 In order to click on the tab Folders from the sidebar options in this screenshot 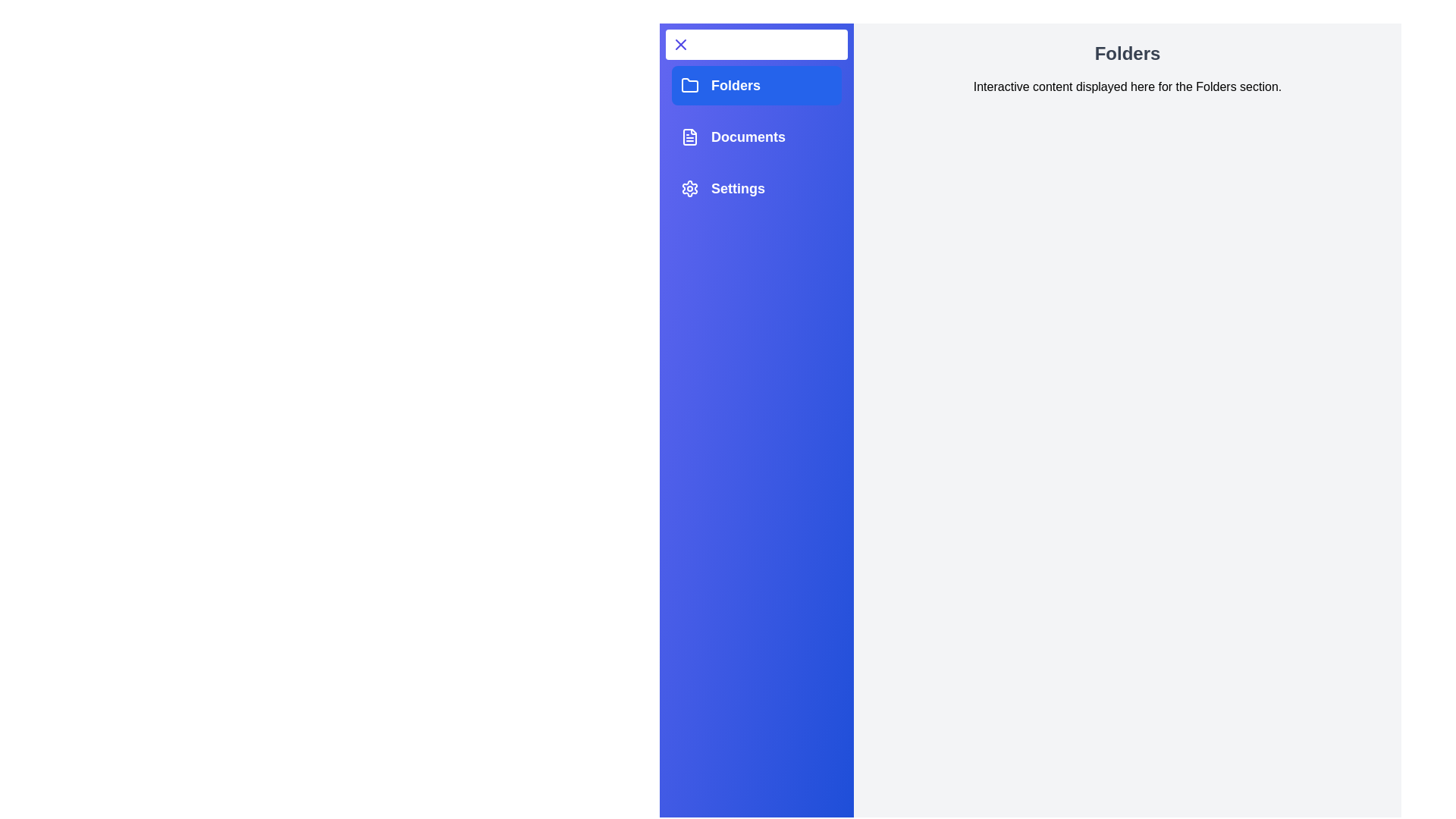, I will do `click(757, 85)`.